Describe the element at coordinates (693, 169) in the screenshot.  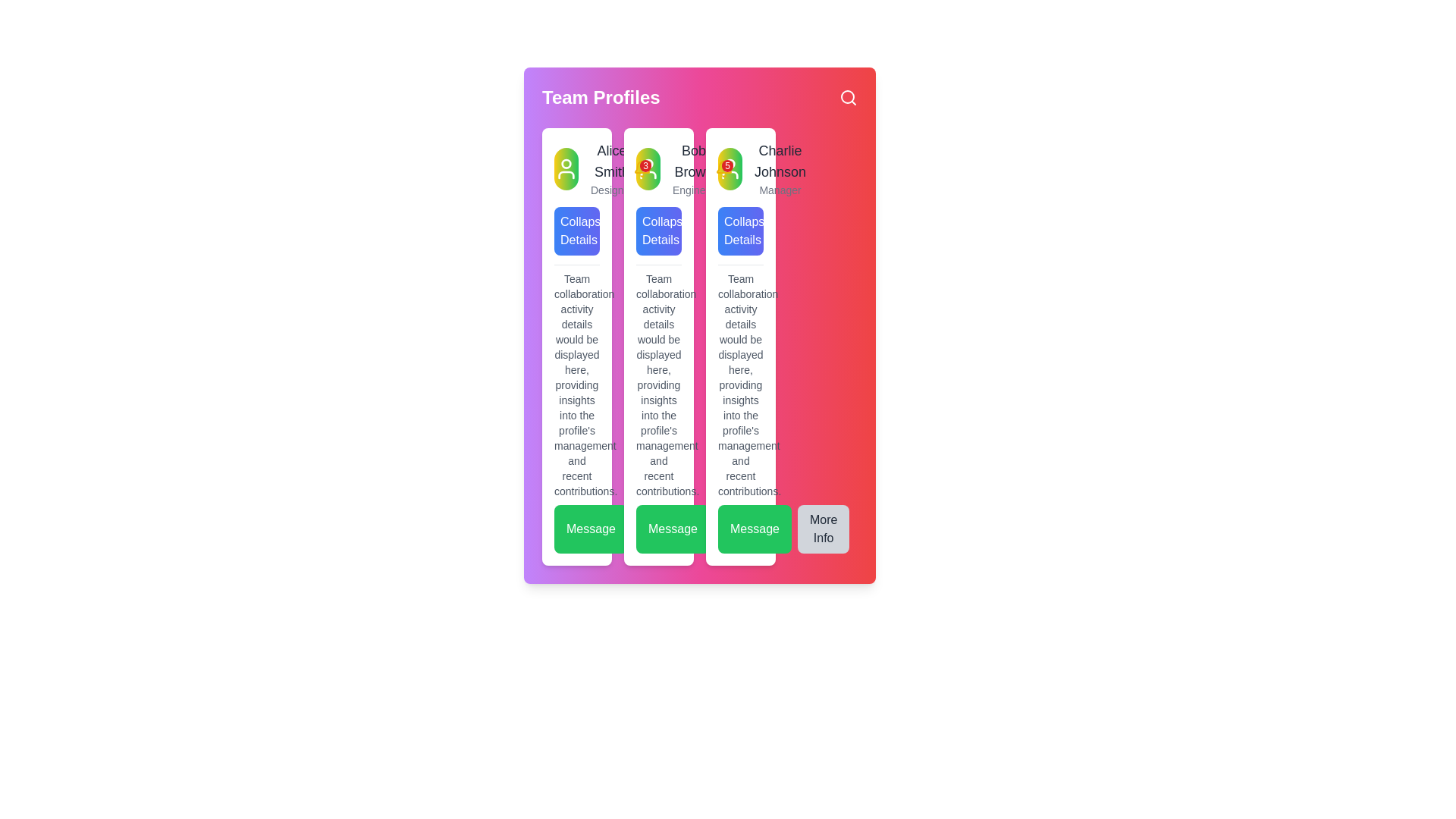
I see `the Text label that displays the name and designation of a team member, located in the second column of the team profiles, below the user avatar icon and above the 'Collapse Details' button` at that location.